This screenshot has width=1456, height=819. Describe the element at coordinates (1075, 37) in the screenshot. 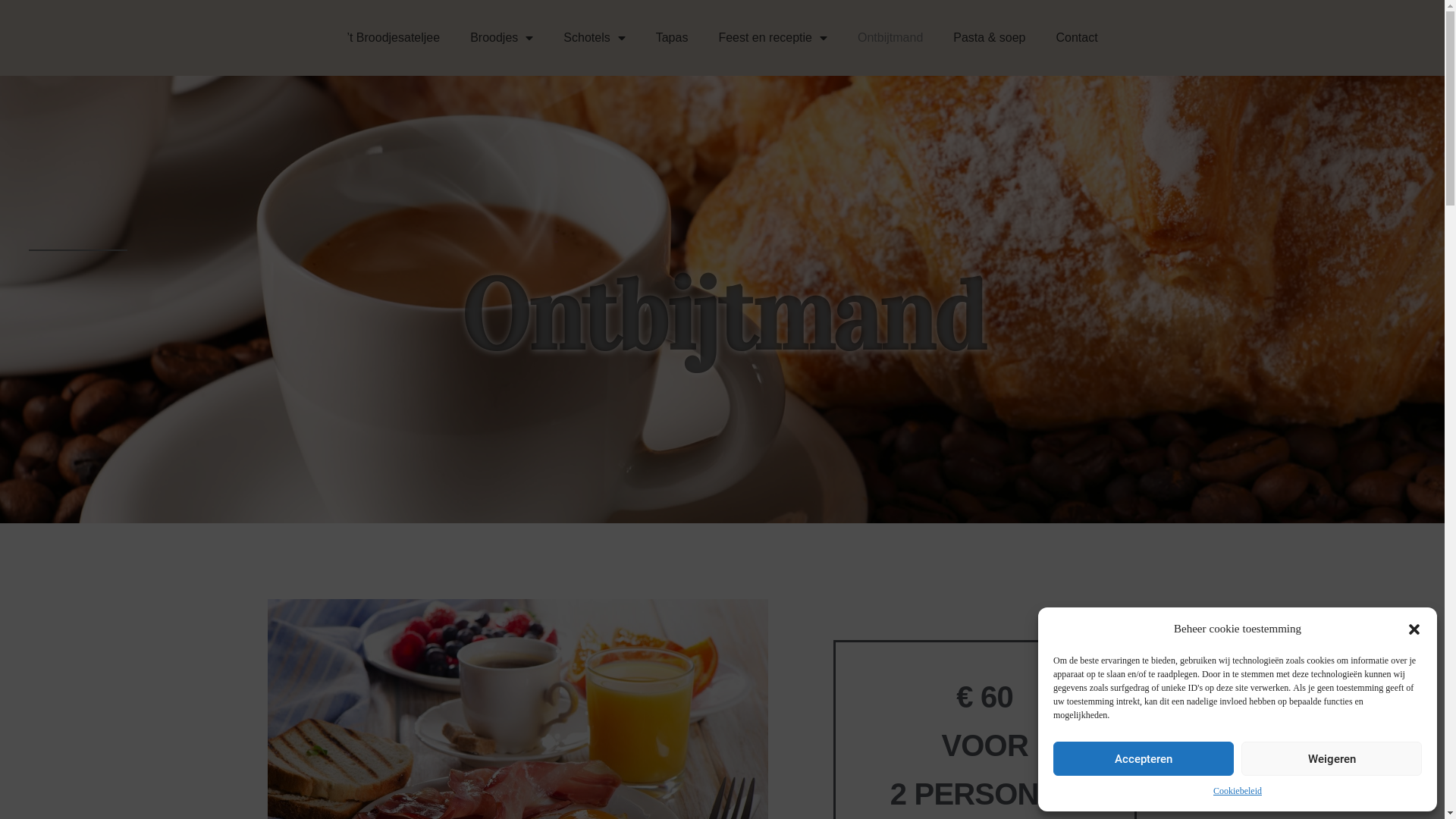

I see `'Contact'` at that location.